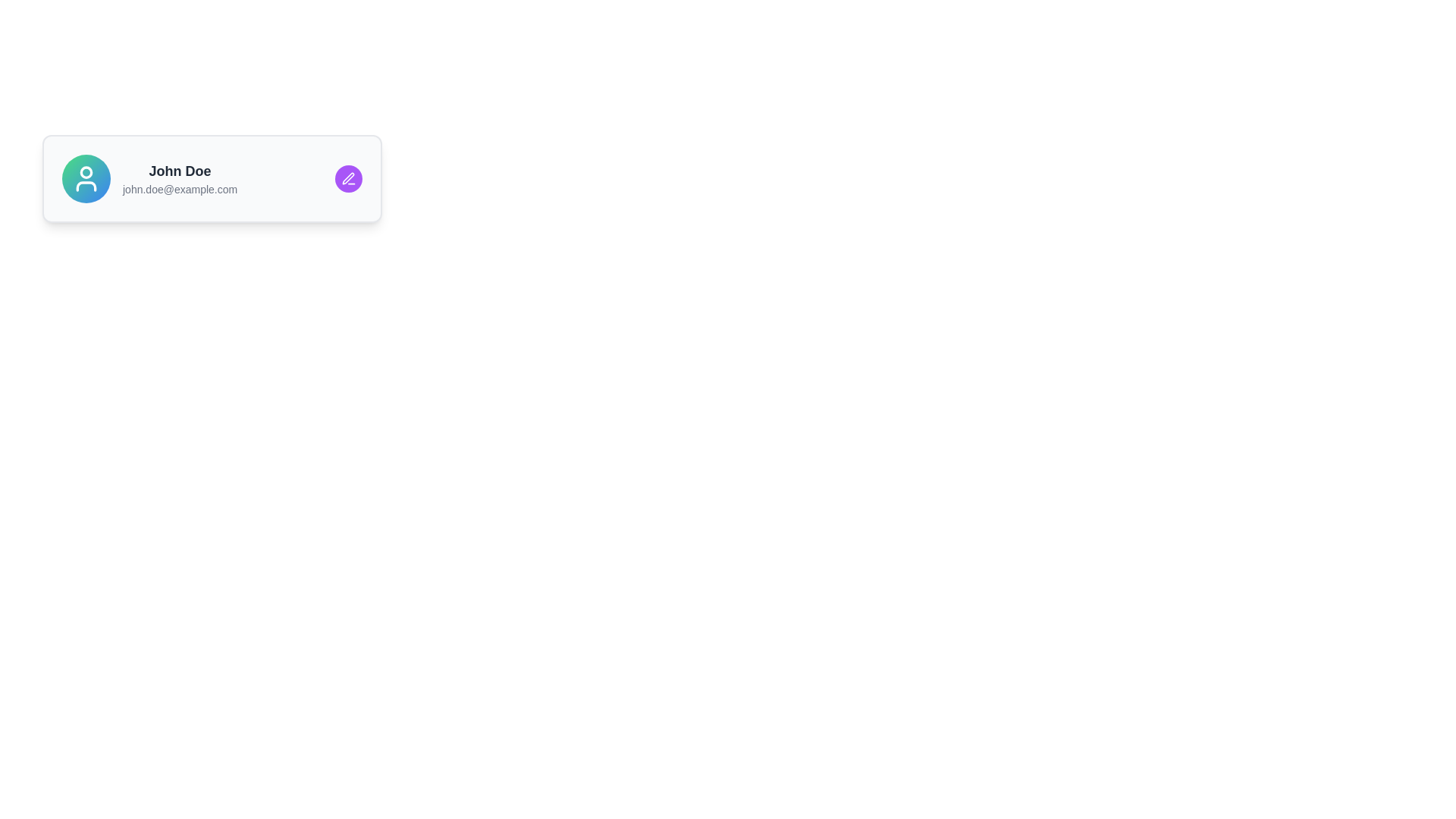  I want to click on the circular avatar icon with a gradient background and white user silhouette for accessibility, so click(86, 177).